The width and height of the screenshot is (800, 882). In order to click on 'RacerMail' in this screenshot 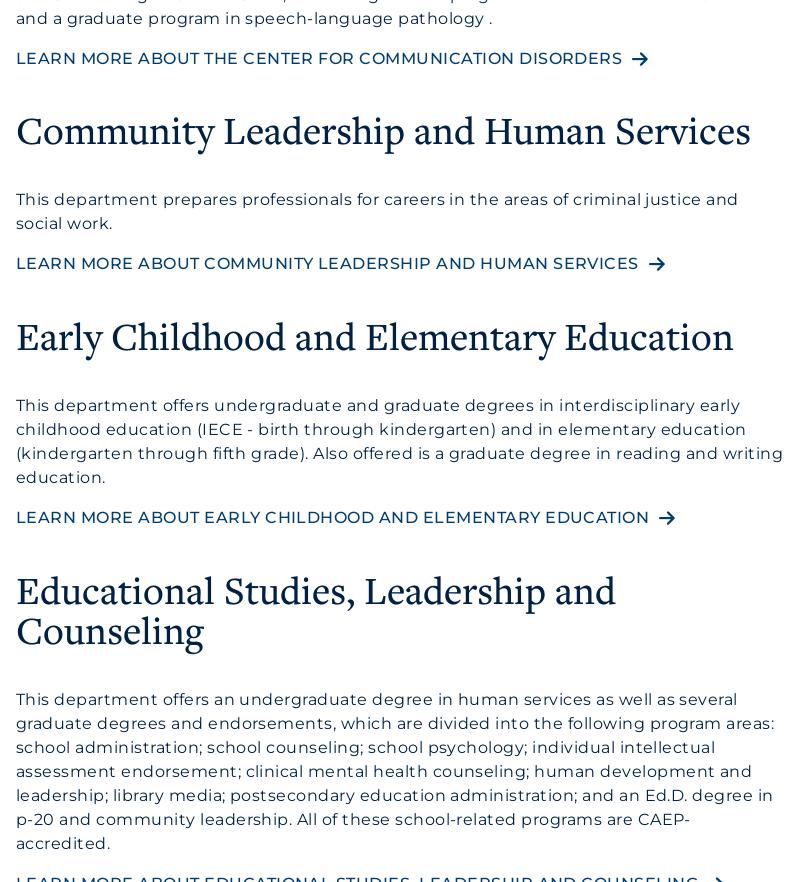, I will do `click(139, 68)`.